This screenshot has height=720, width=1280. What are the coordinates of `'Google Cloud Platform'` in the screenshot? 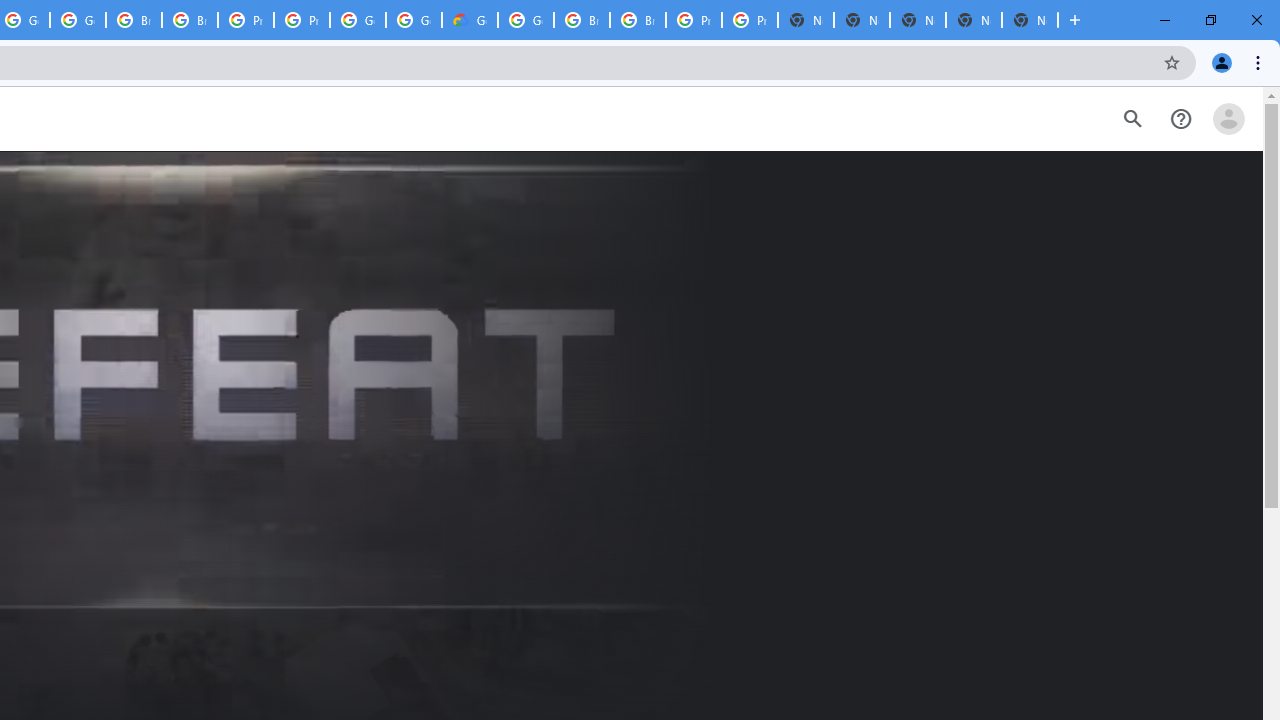 It's located at (526, 20).